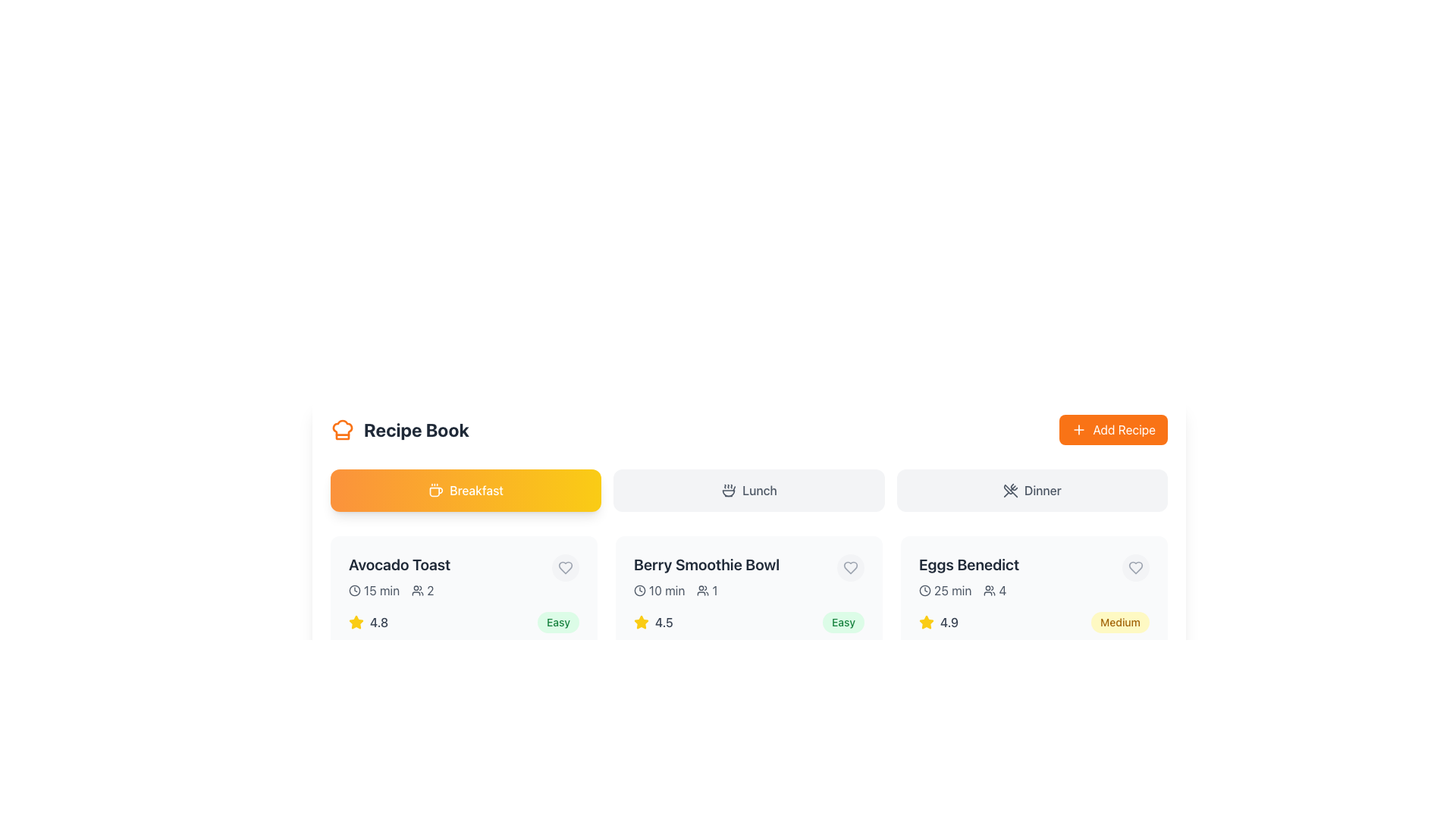 This screenshot has height=819, width=1456. Describe the element at coordinates (924, 590) in the screenshot. I see `the static clock icon located to the left of the text '25 min' in the 'Eggs Benedict' section of the 'Dinner' tab` at that location.